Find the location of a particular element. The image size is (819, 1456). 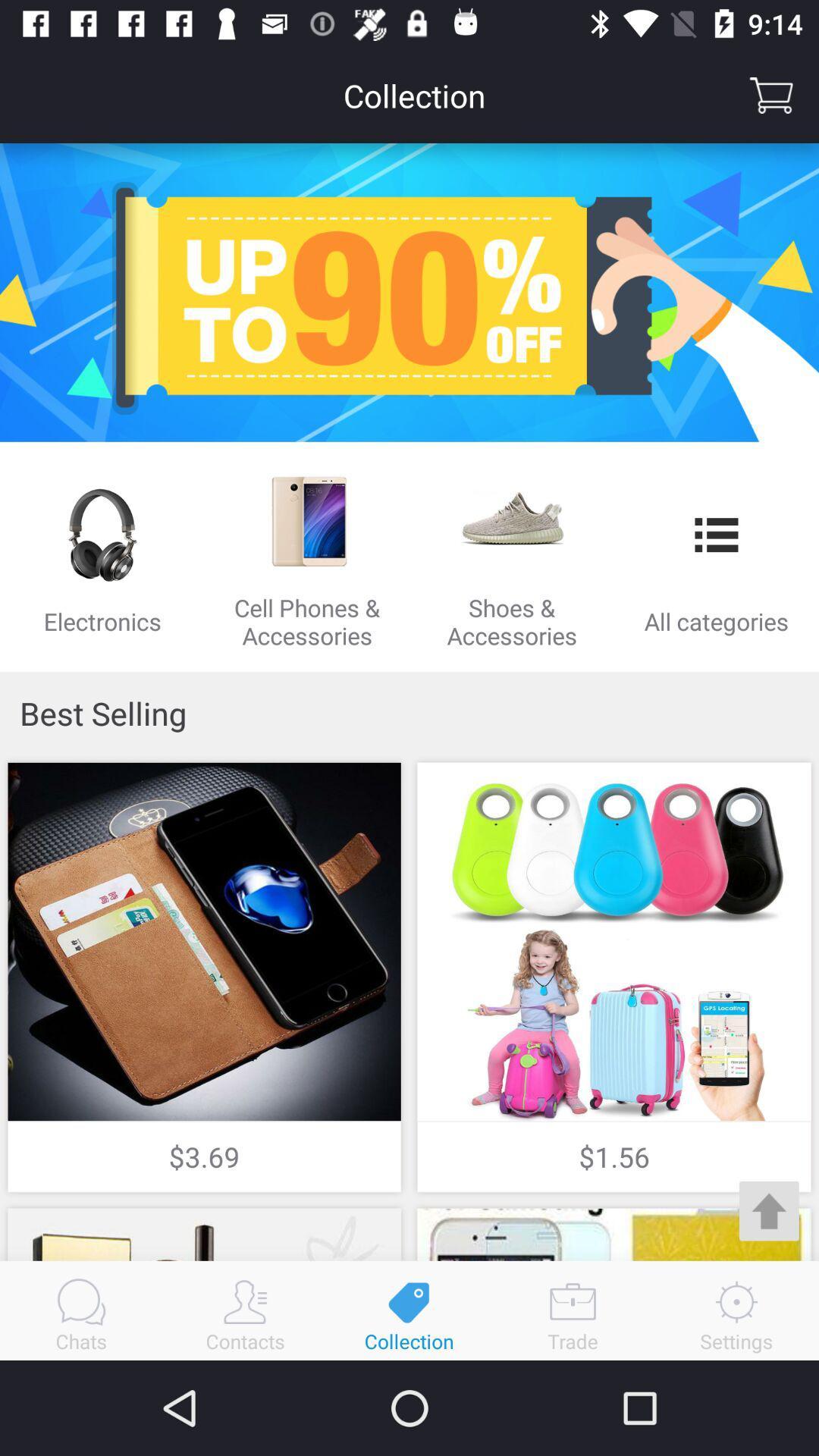

the cart icon is located at coordinates (771, 94).